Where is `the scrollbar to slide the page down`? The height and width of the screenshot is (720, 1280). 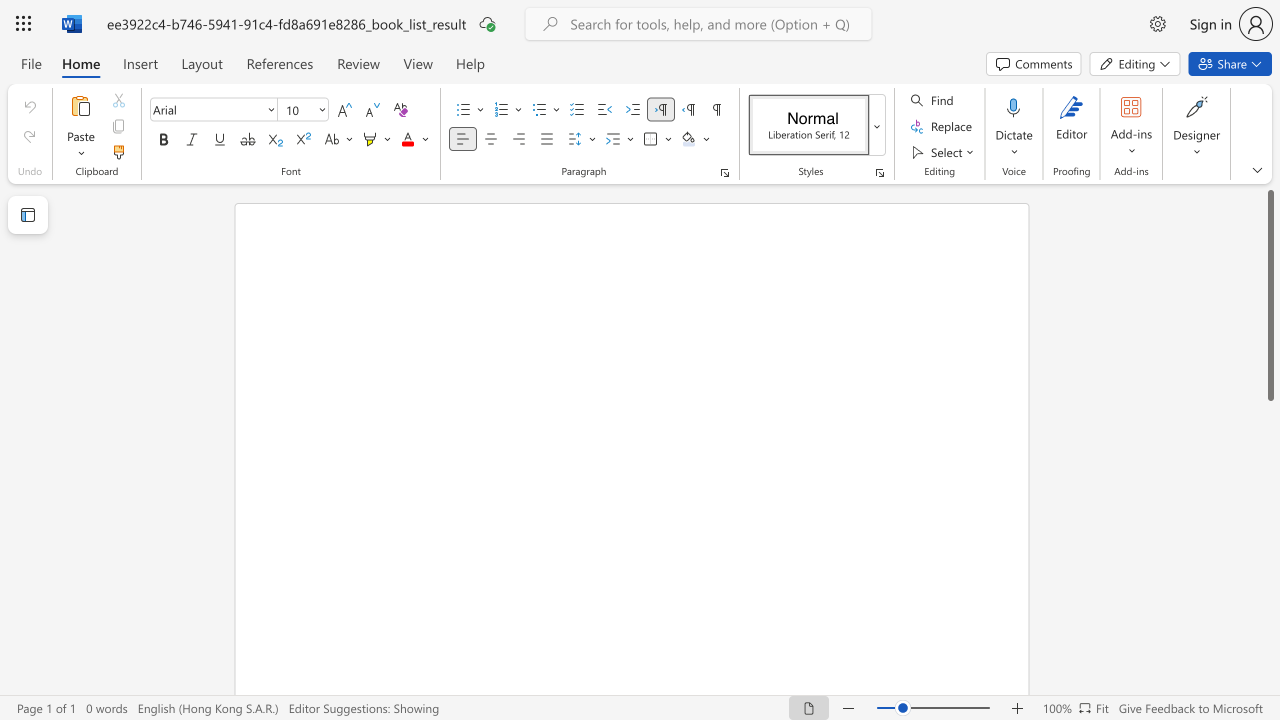 the scrollbar to slide the page down is located at coordinates (1269, 618).